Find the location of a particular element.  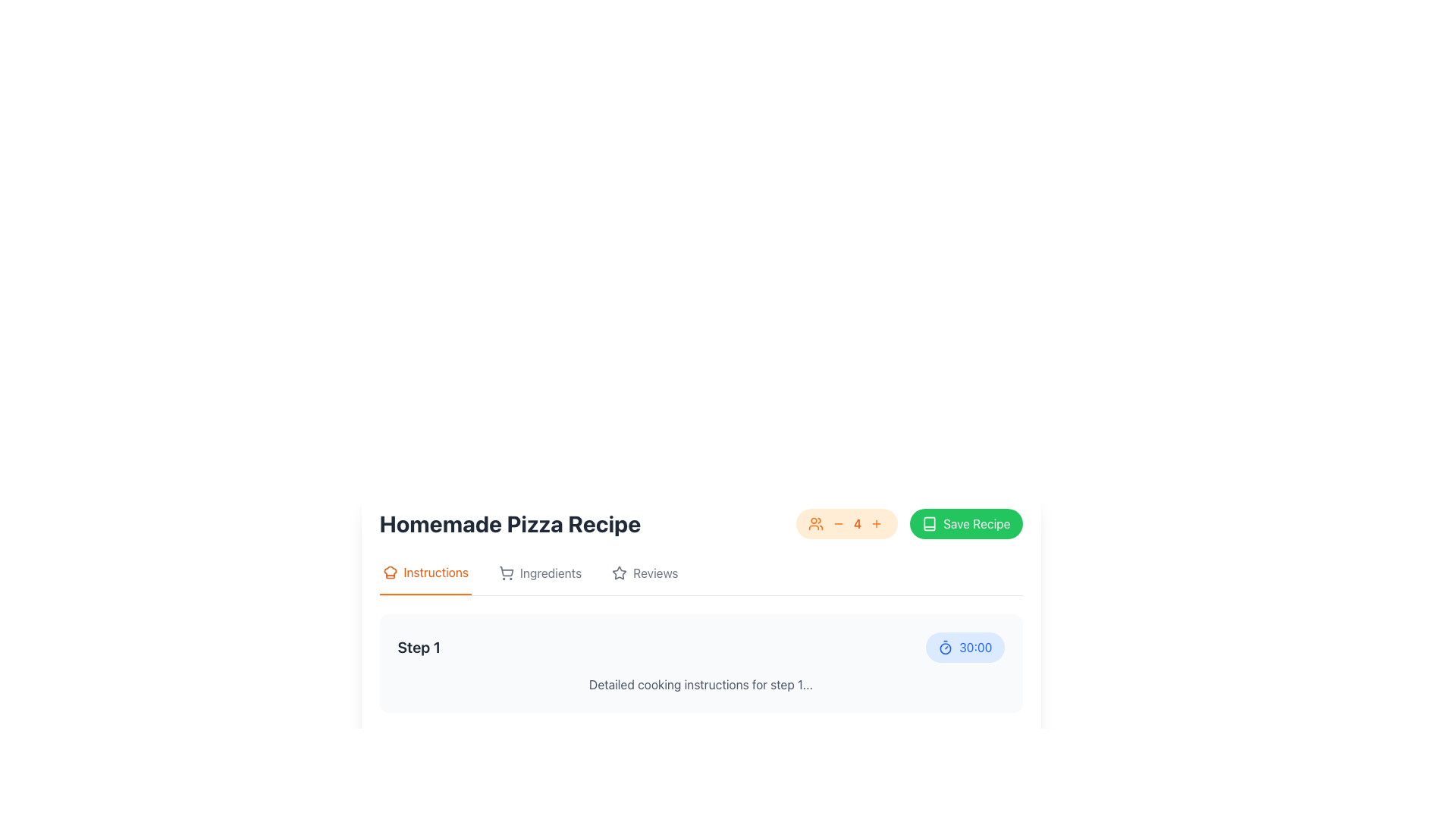

the static text label displaying 'Step 1', which is bold and prominent, located at the start of a step description section is located at coordinates (419, 647).